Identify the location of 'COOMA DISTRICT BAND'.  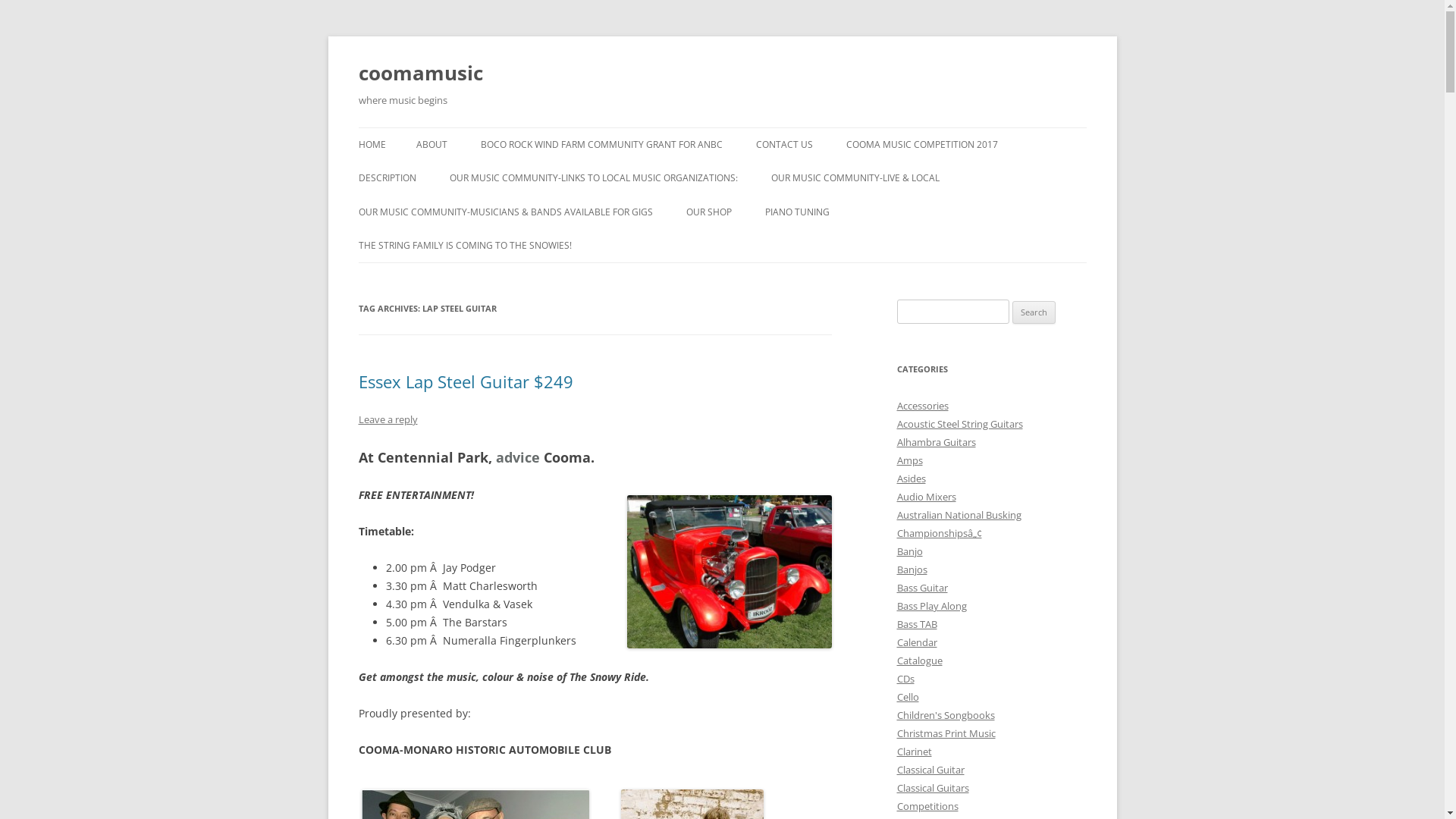
(846, 211).